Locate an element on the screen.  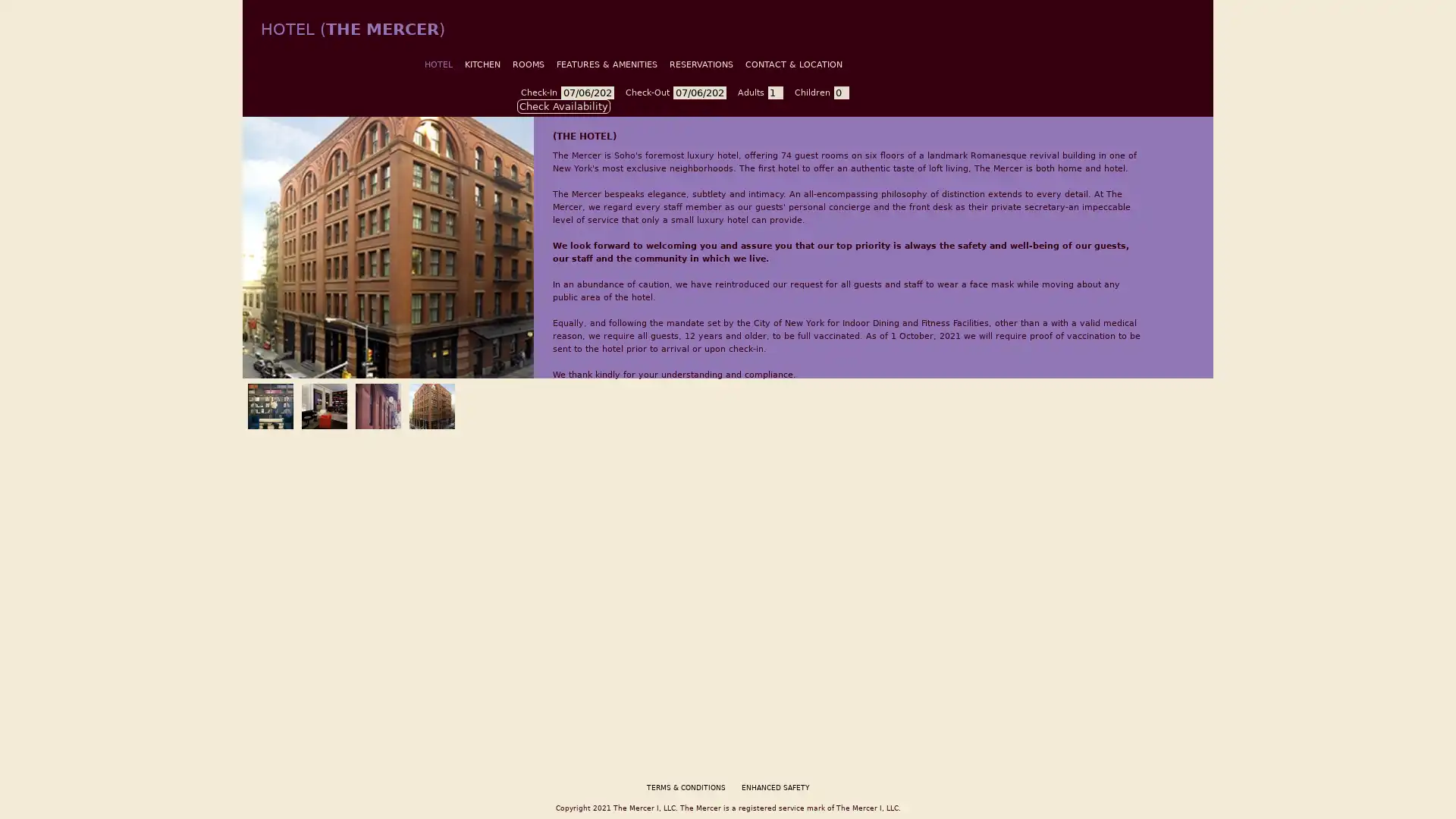
Check Availability is located at coordinates (563, 105).